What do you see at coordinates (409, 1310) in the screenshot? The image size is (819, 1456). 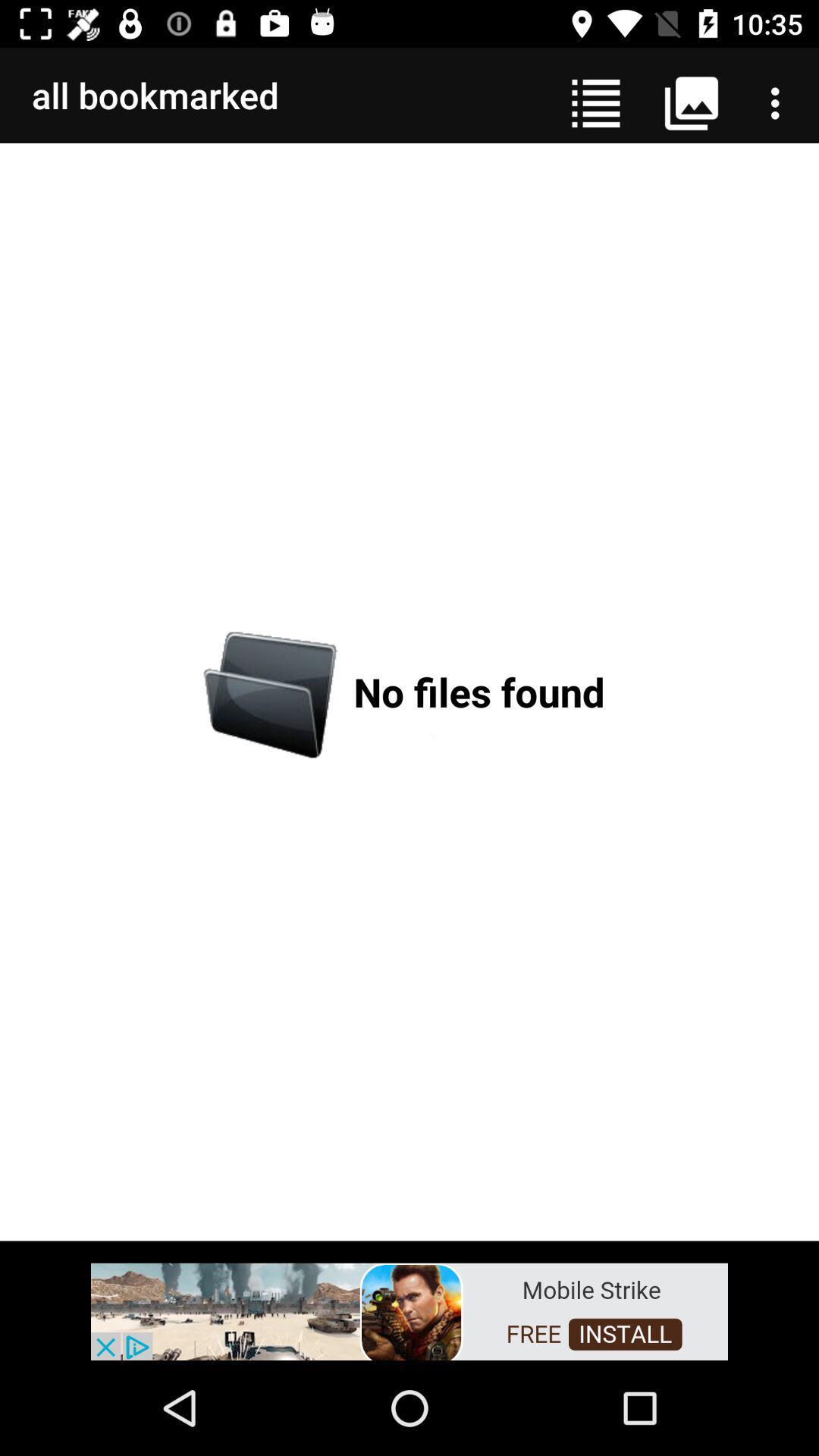 I see `advisement area` at bounding box center [409, 1310].